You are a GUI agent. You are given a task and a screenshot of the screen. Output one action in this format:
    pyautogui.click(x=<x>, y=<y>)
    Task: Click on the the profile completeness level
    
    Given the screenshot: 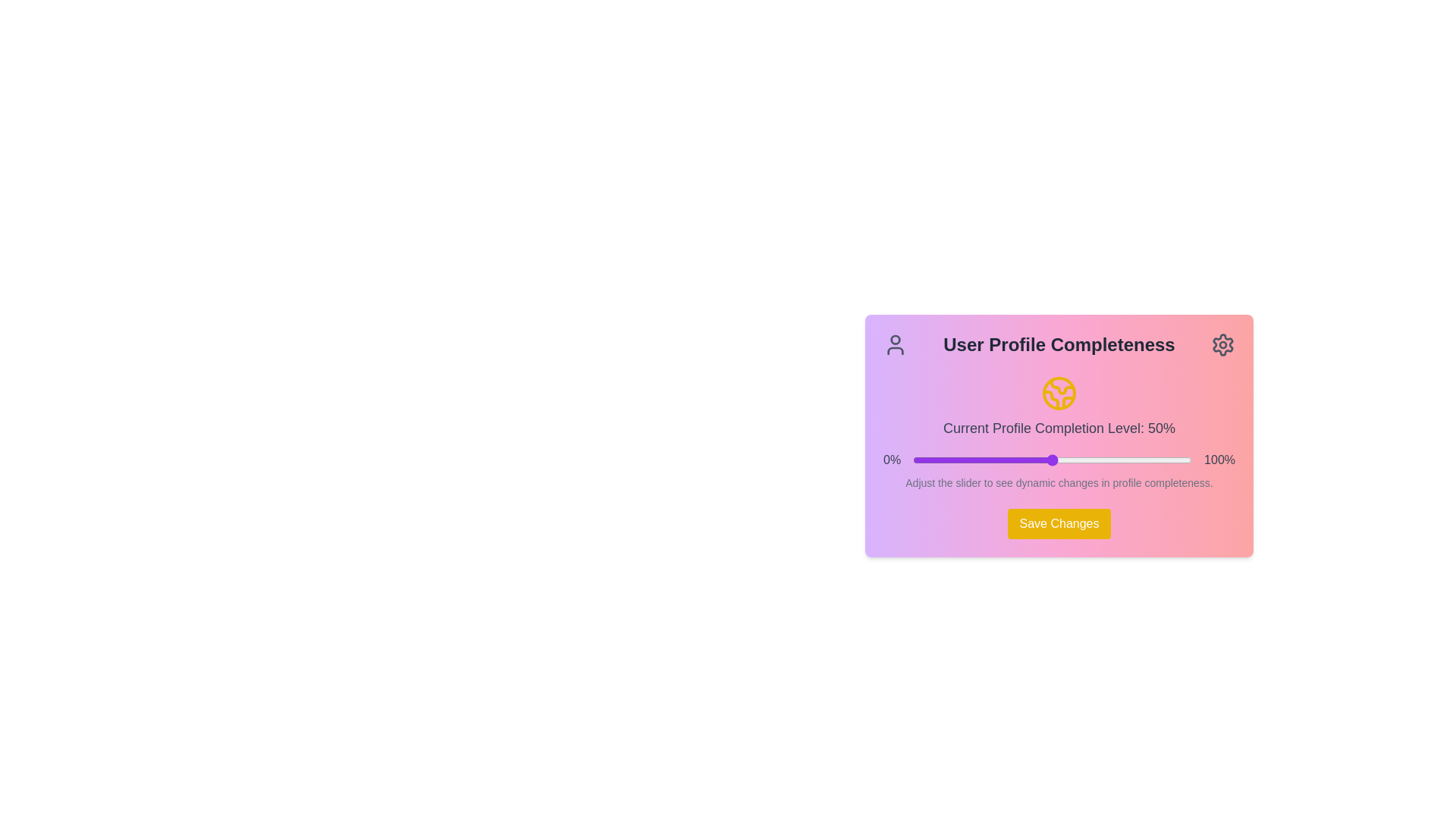 What is the action you would take?
    pyautogui.click(x=1119, y=459)
    